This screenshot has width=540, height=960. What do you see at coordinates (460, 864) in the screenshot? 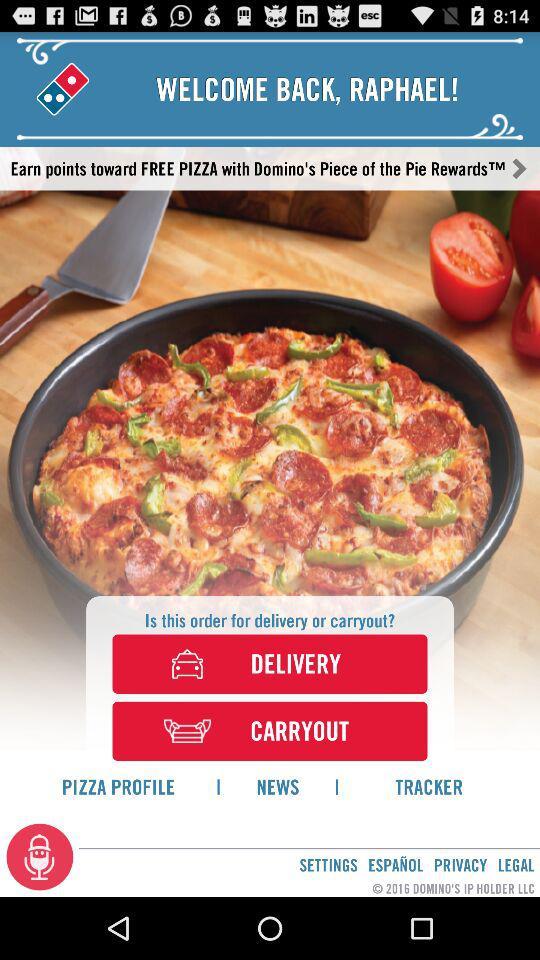
I see `the privacy app` at bounding box center [460, 864].